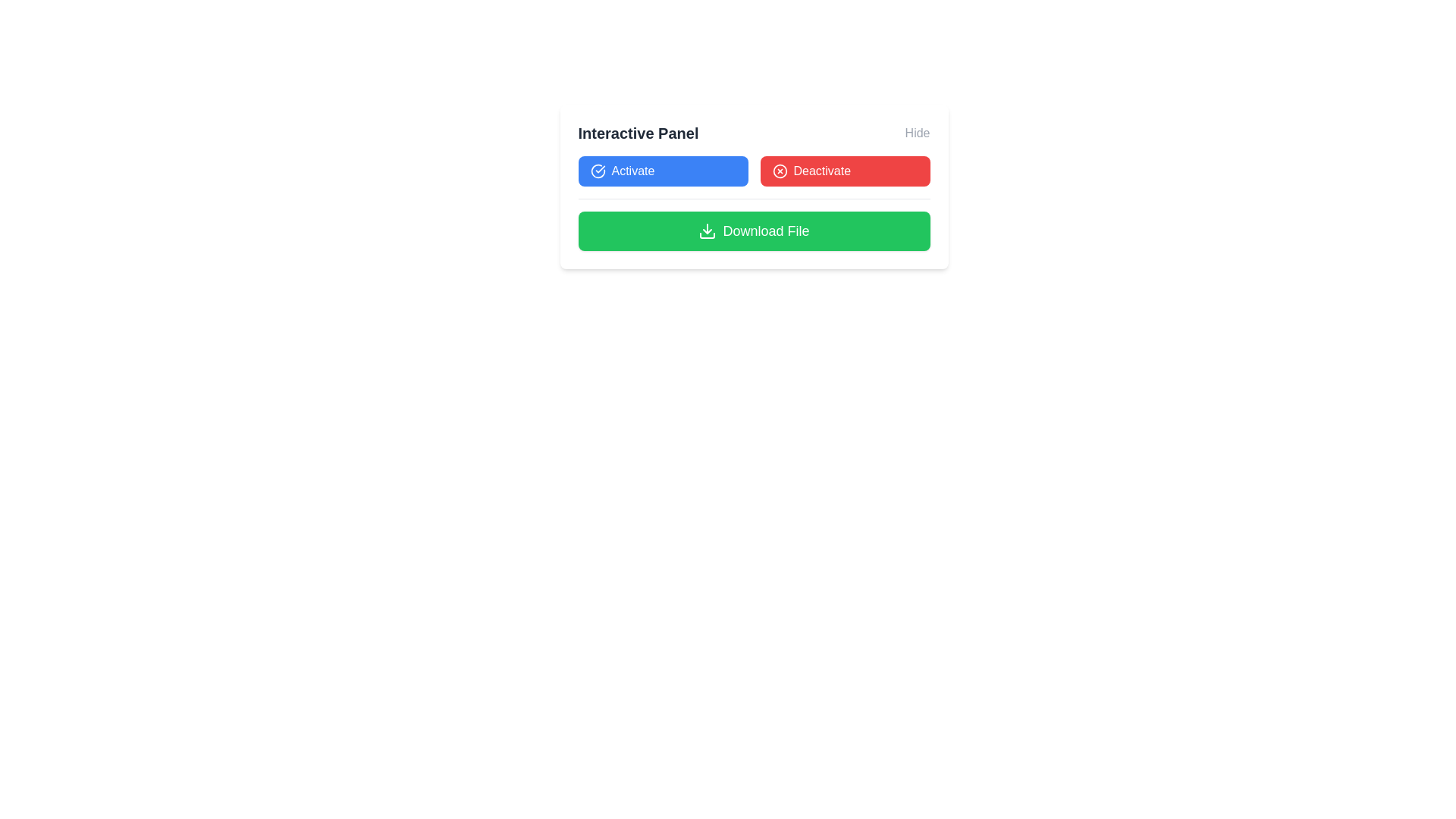 The height and width of the screenshot is (819, 1456). Describe the element at coordinates (707, 231) in the screenshot. I see `the download icon located at the center of the green button labeled 'Download File'` at that location.